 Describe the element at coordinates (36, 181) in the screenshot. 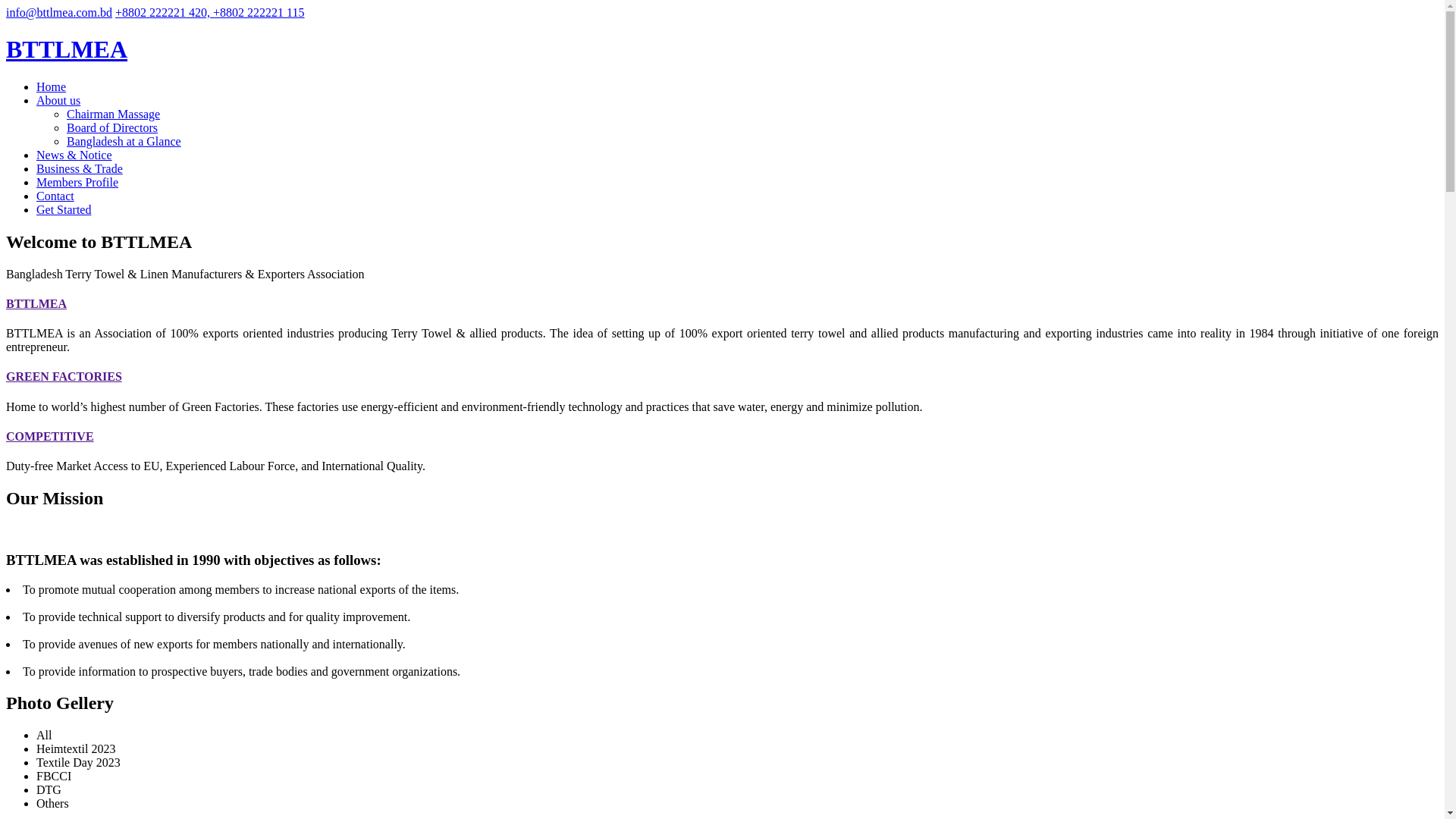

I see `'Members Profile'` at that location.